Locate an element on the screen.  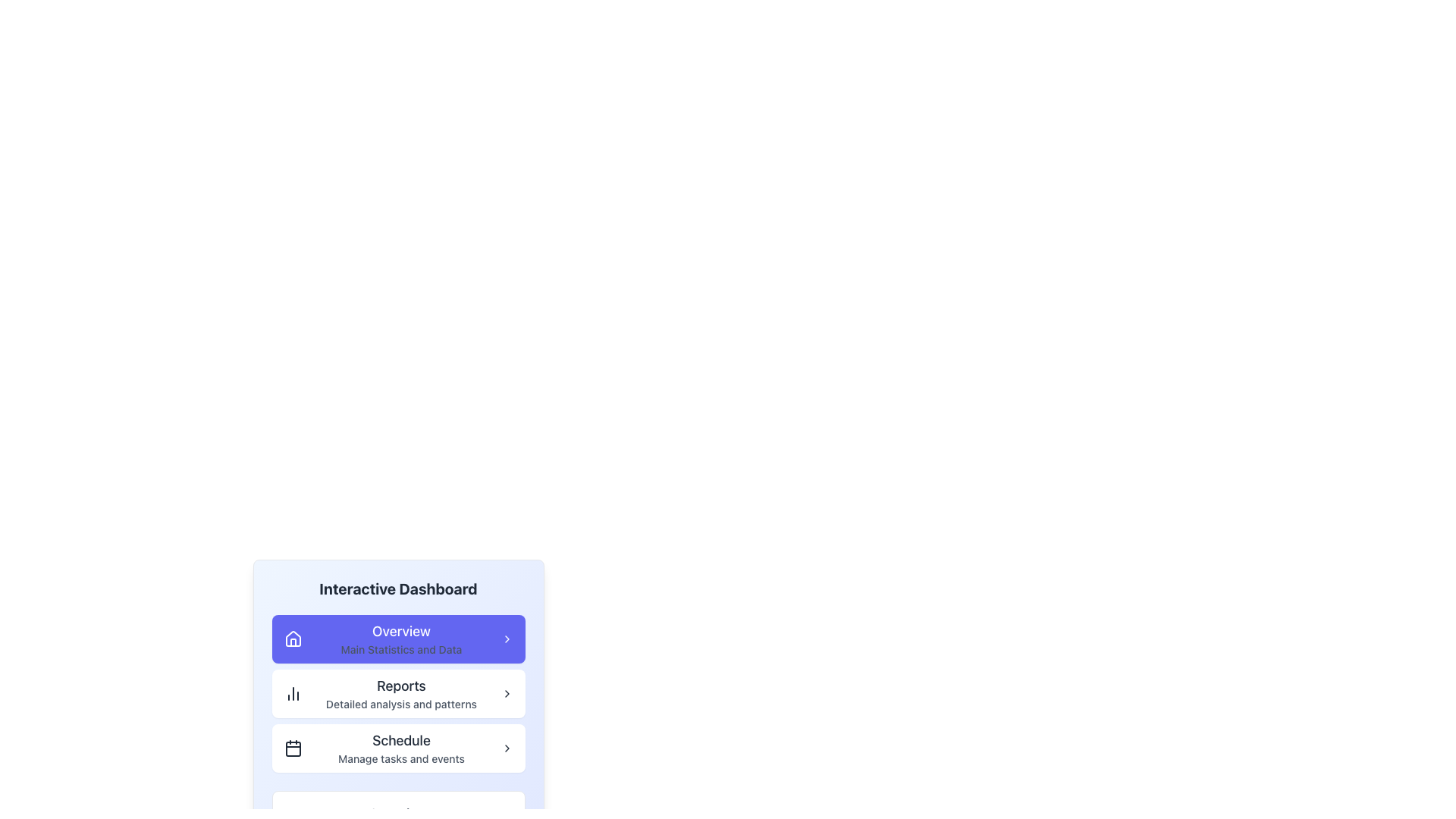
the calendar icon with a square outline and a grid design located to the left of the 'Schedule' text in the 'Manage tasks and events' section is located at coordinates (293, 748).